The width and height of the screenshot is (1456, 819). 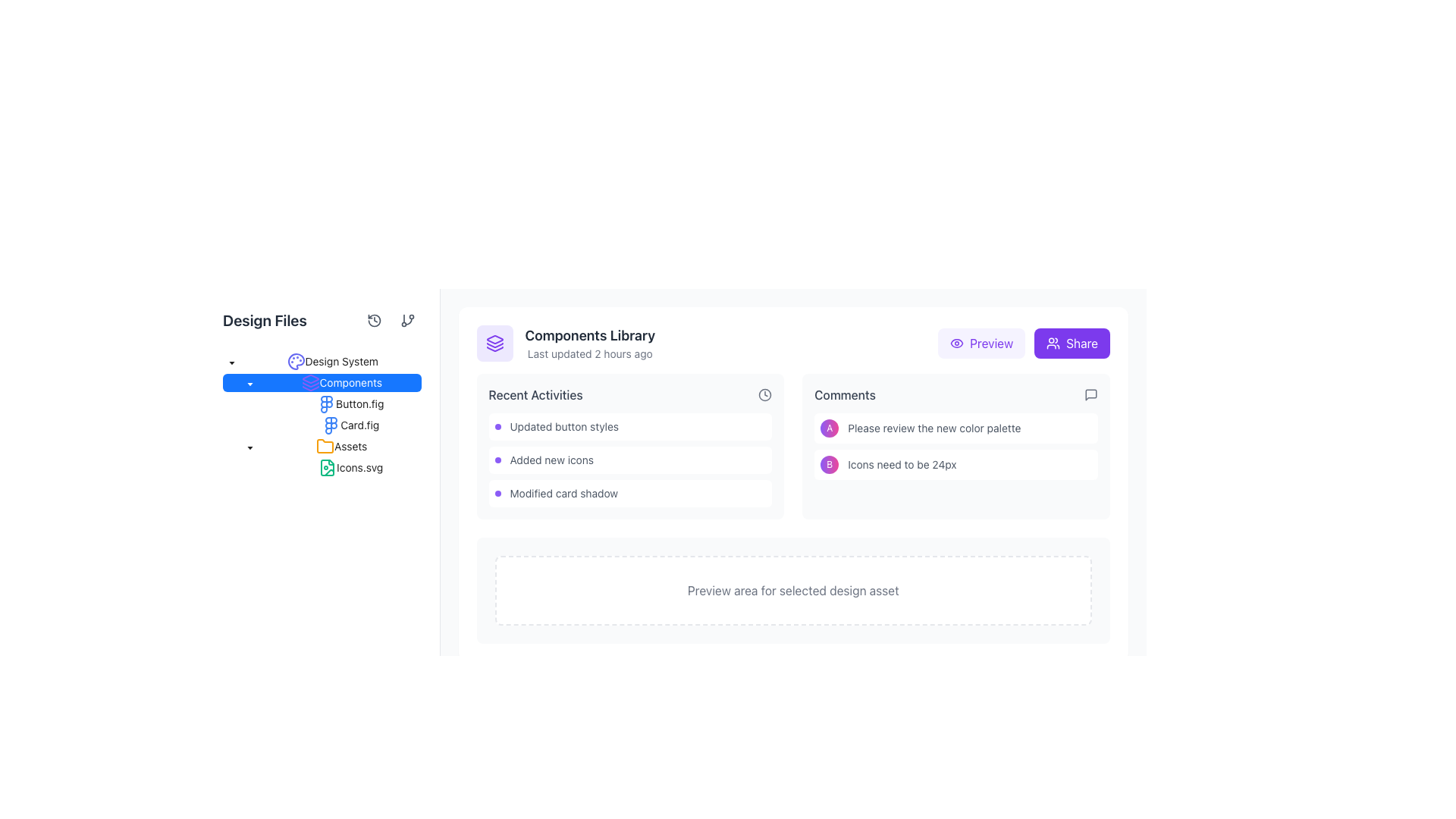 What do you see at coordinates (1024, 343) in the screenshot?
I see `the 'Preview' button, which is part of the Button Group located in the top-right corner of the interface, beneath the title 'Components Library'` at bounding box center [1024, 343].